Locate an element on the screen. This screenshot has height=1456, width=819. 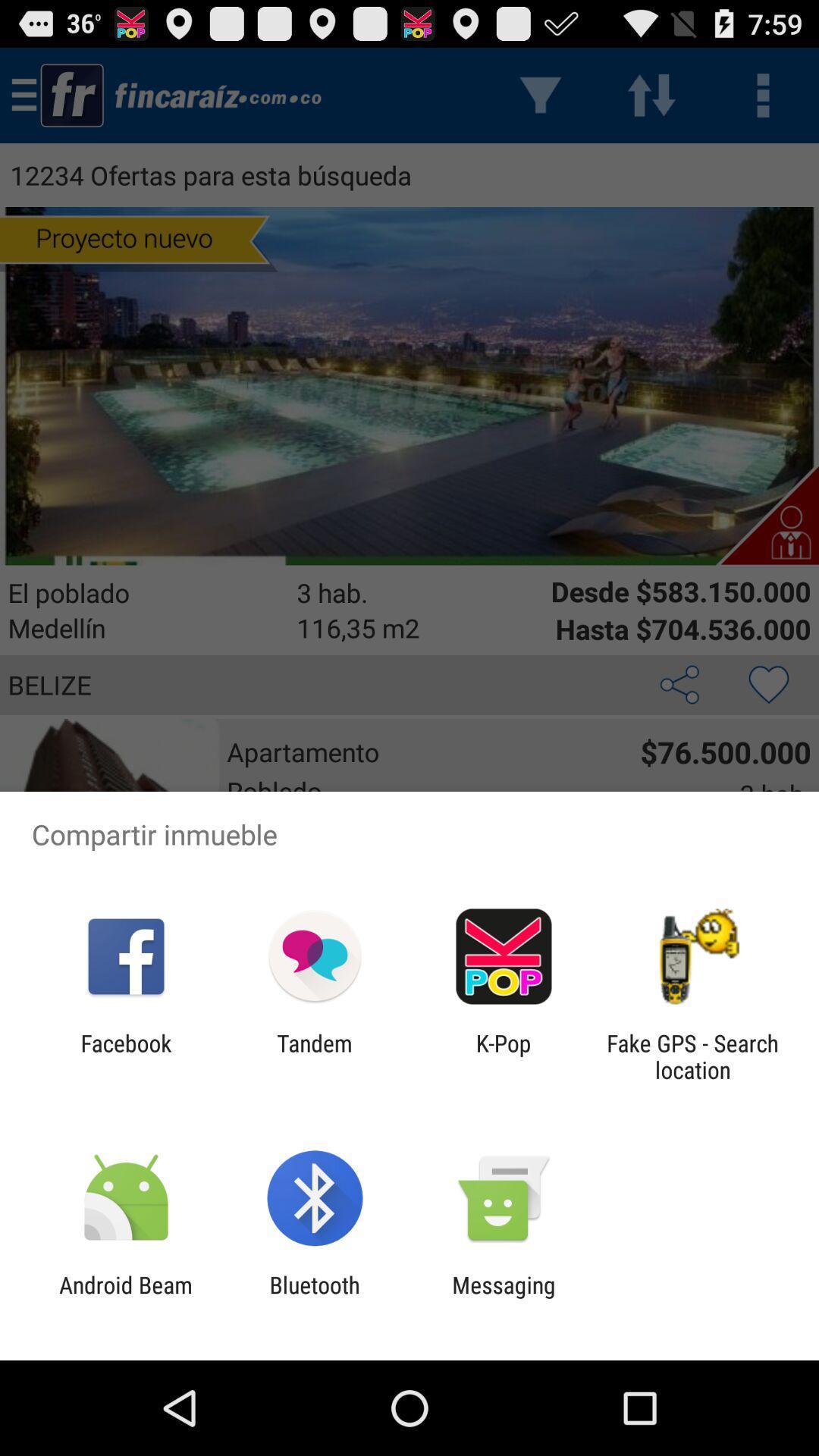
tandem app is located at coordinates (314, 1056).